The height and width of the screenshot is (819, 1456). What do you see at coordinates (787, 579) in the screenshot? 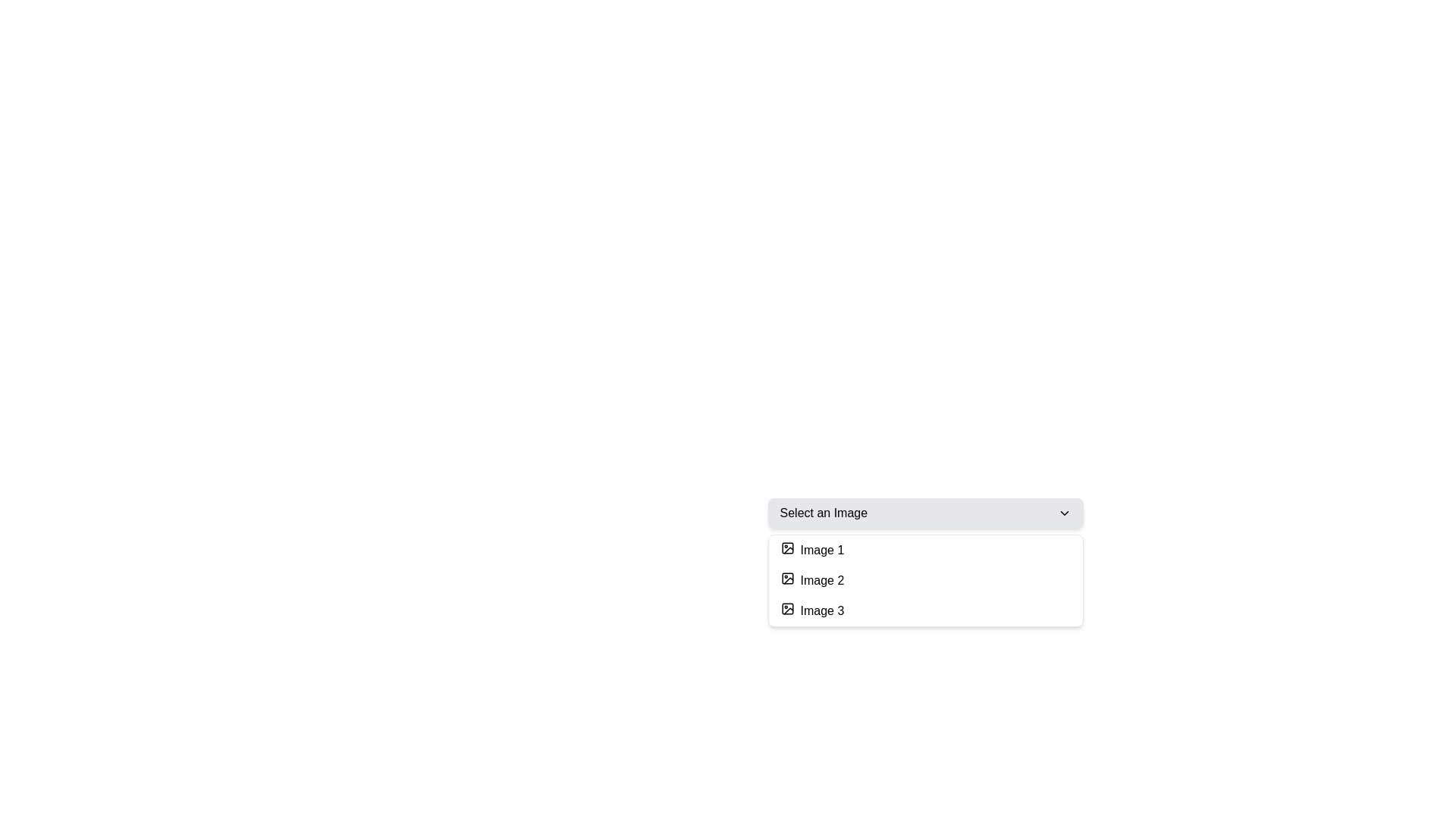
I see `the small graphical icon representing an image located inside the dropdown menu under the option labeled 'Image 2', preceding the option's text` at bounding box center [787, 579].